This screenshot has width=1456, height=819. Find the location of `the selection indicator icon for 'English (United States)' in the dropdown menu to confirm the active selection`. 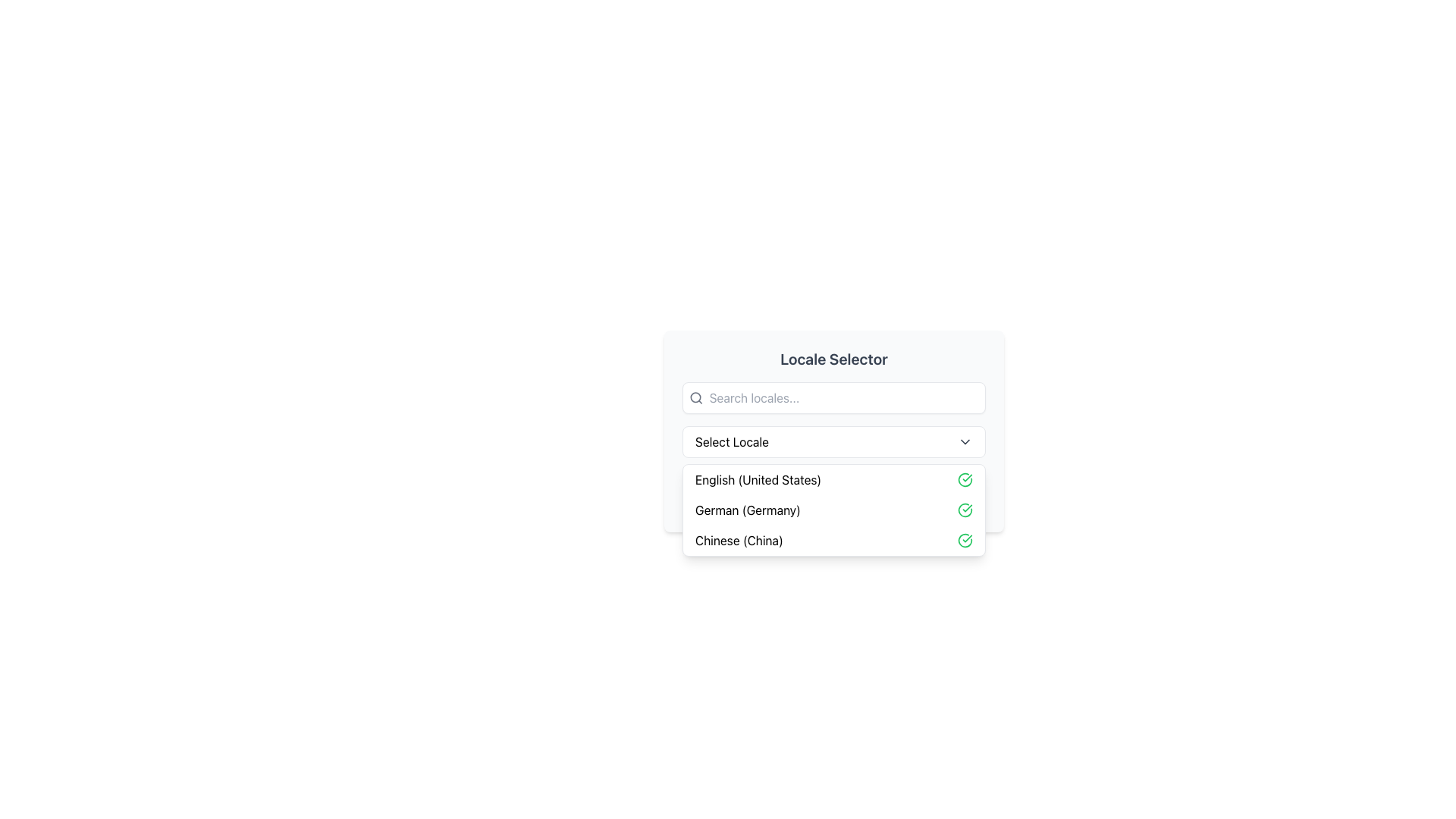

the selection indicator icon for 'English (United States)' in the dropdown menu to confirm the active selection is located at coordinates (964, 479).